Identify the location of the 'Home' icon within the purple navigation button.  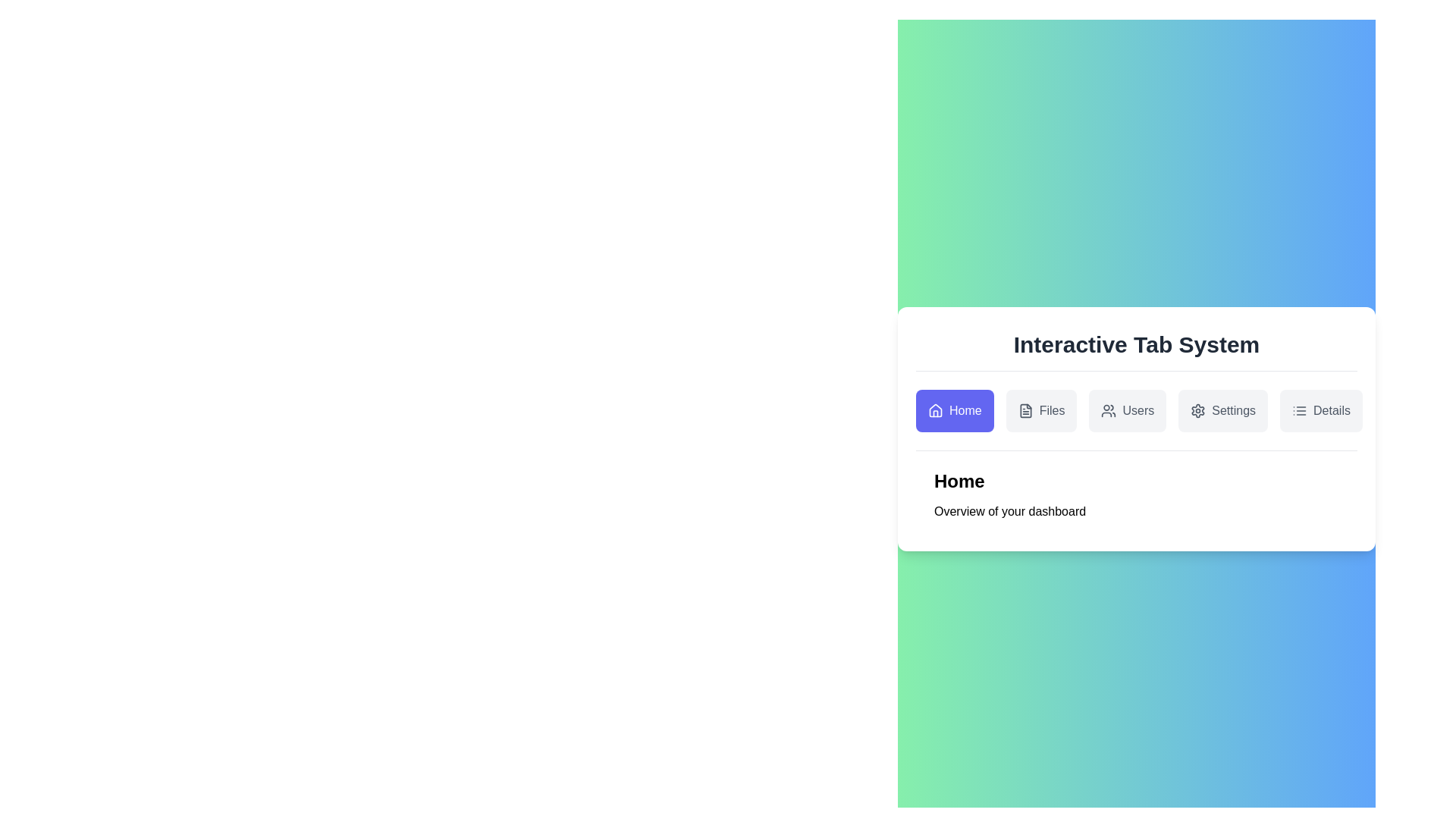
(934, 411).